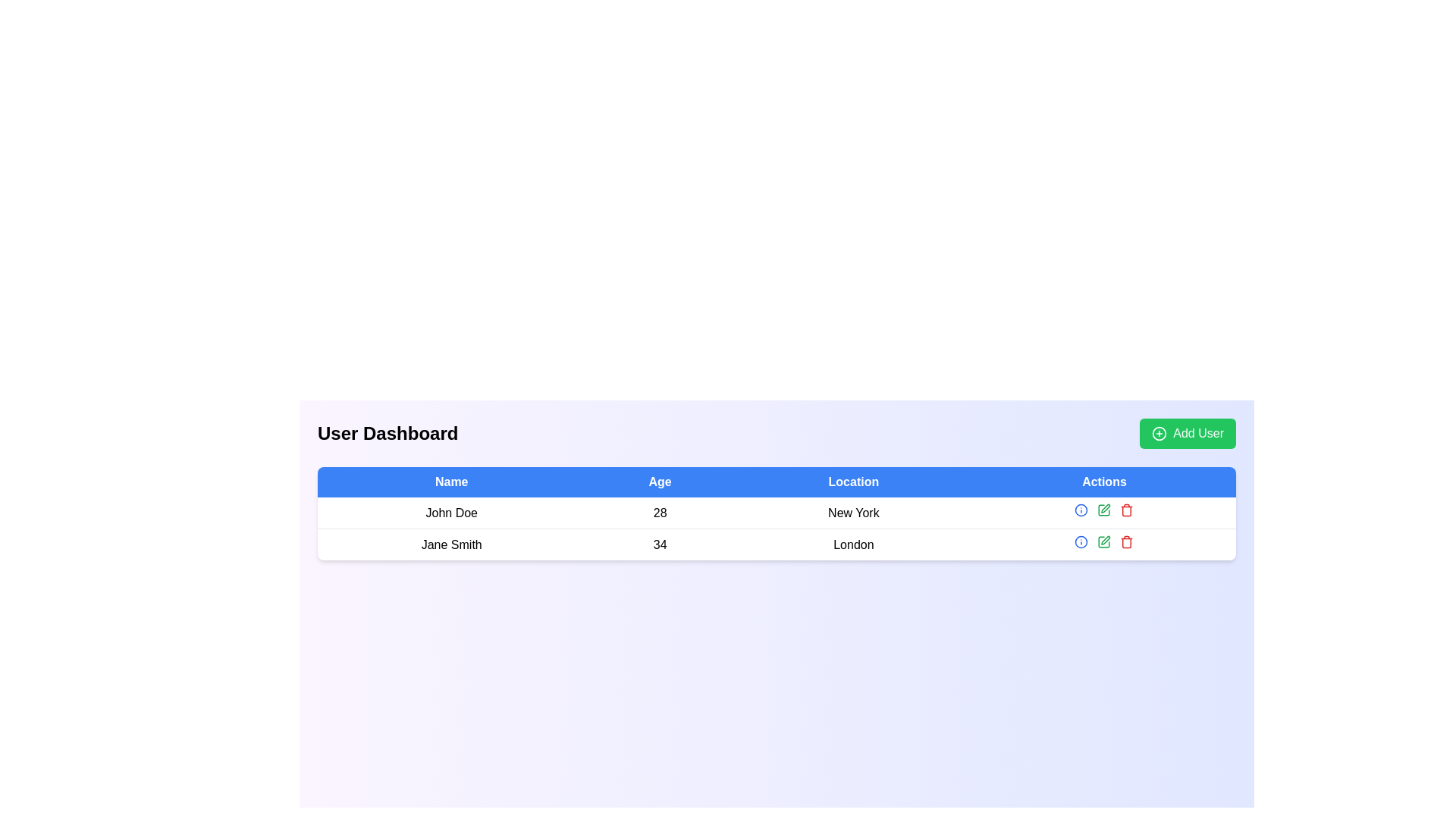 The image size is (1456, 819). Describe the element at coordinates (1127, 510) in the screenshot. I see `the delete button located in the last position among the action icons in the 'Actions' column of the second row in the user data table` at that location.